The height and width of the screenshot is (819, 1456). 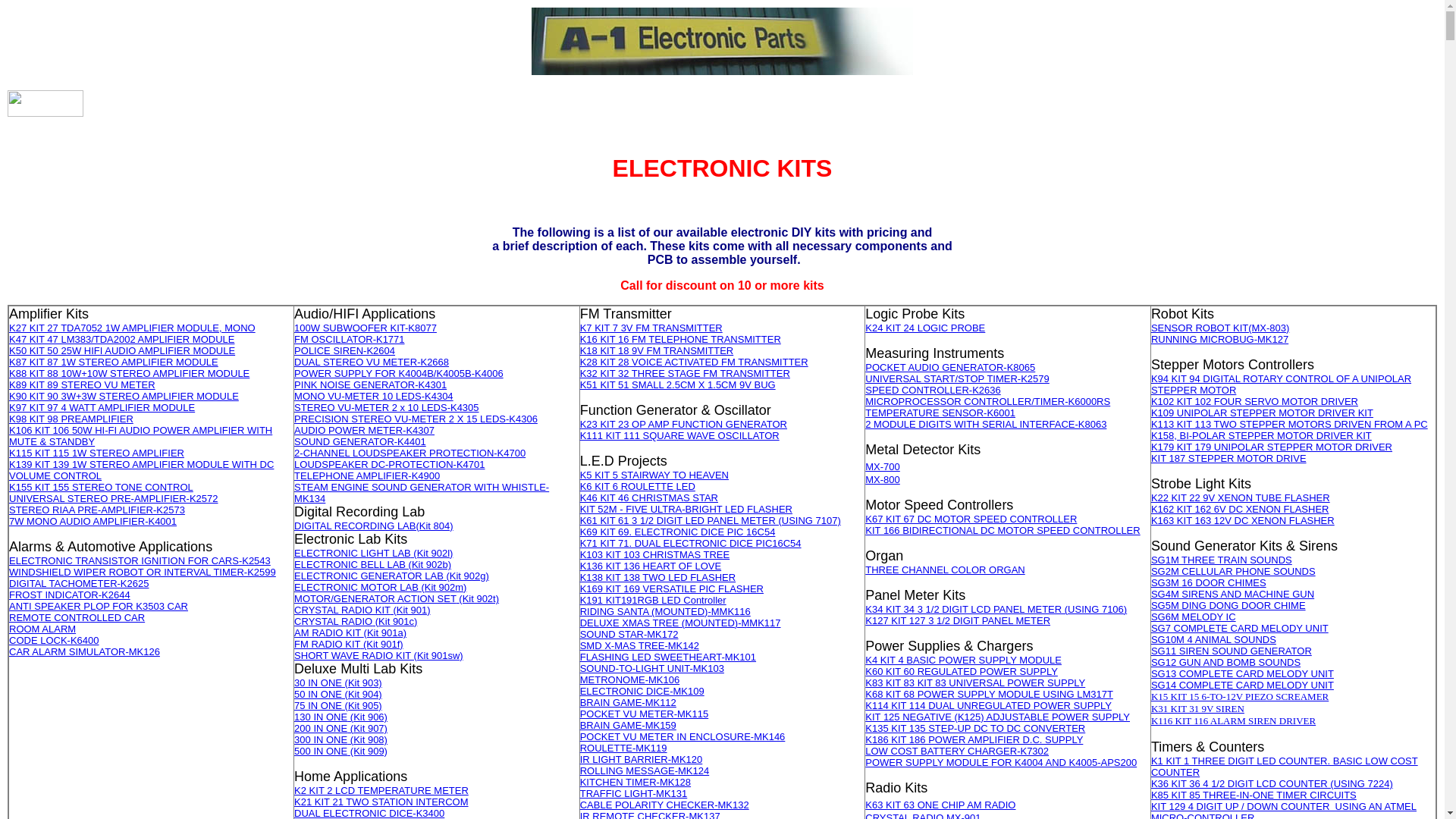 What do you see at coordinates (648, 497) in the screenshot?
I see `'K46 KIT 46 CHRISTMAS STAR'` at bounding box center [648, 497].